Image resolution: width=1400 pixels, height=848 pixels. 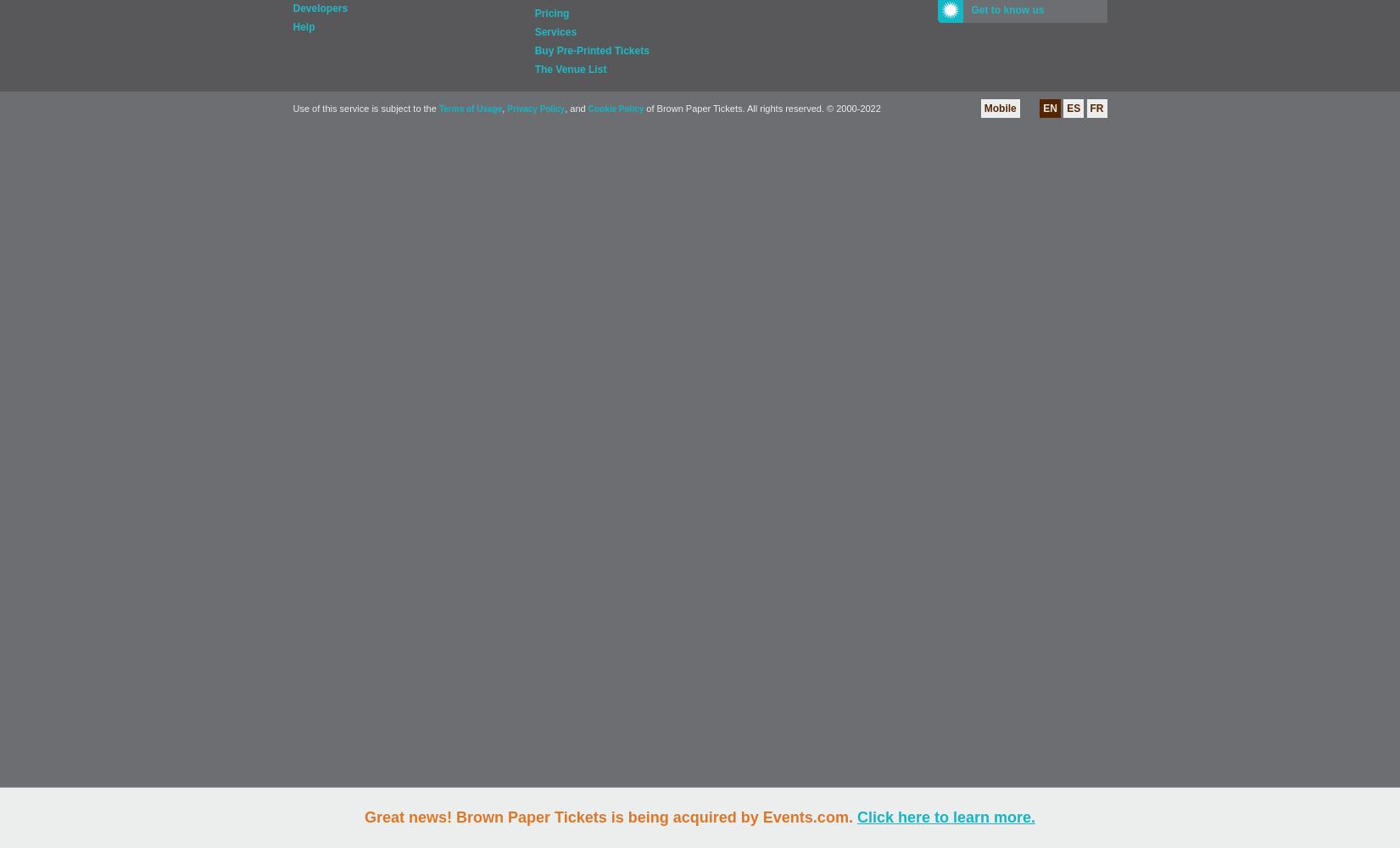 I want to click on 'Use of this service is subject to the', so click(x=365, y=109).